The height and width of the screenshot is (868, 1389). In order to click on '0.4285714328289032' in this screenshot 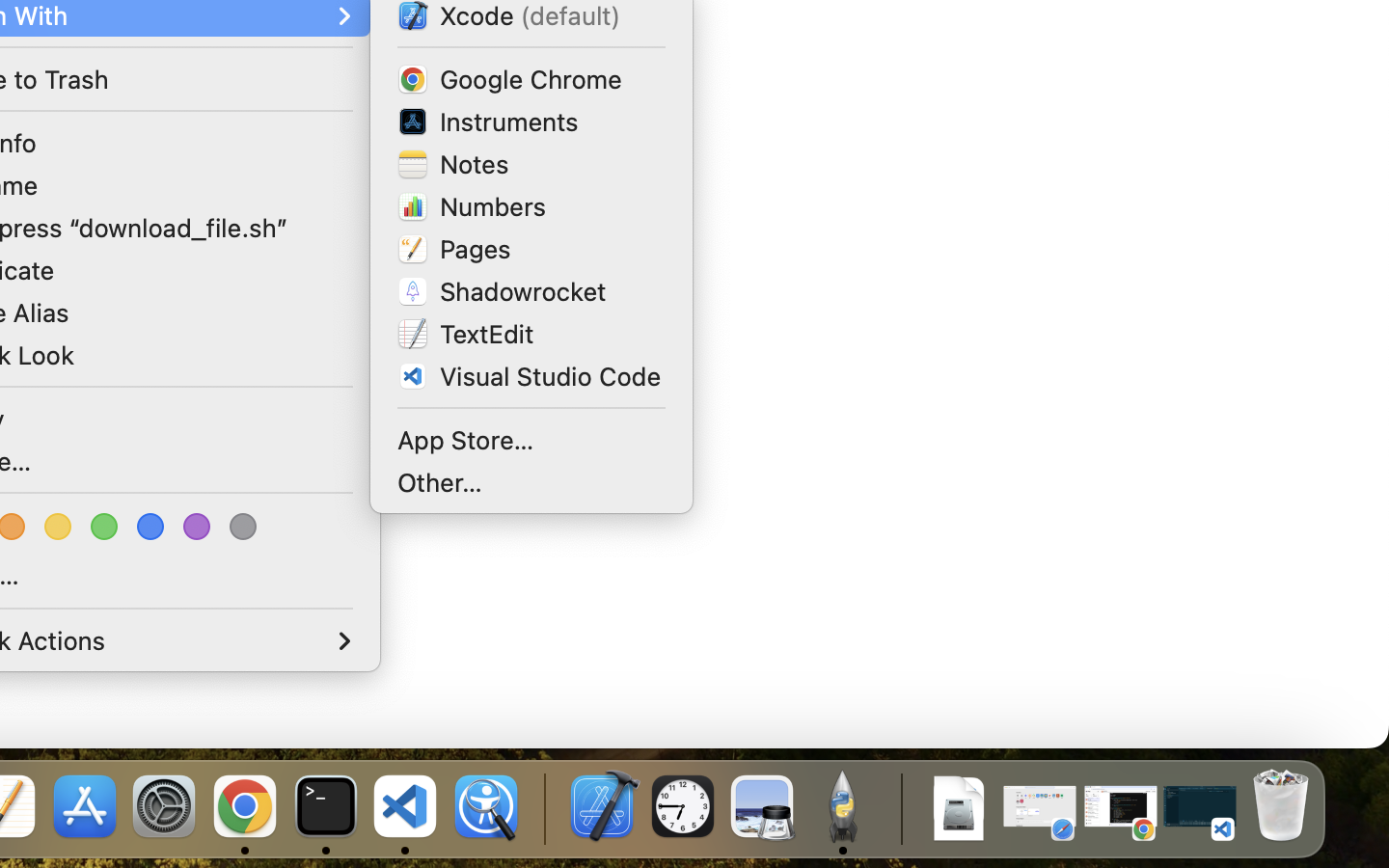, I will do `click(542, 807)`.